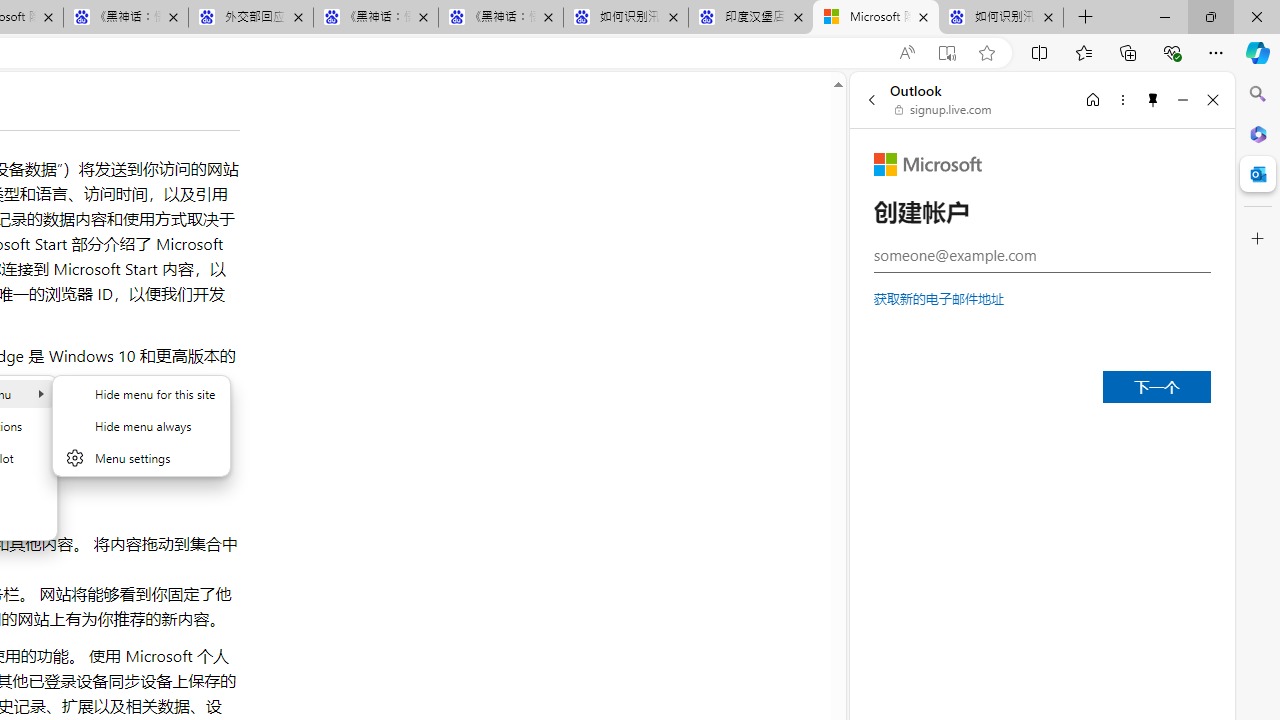  I want to click on 'Hide menu always', so click(140, 424).